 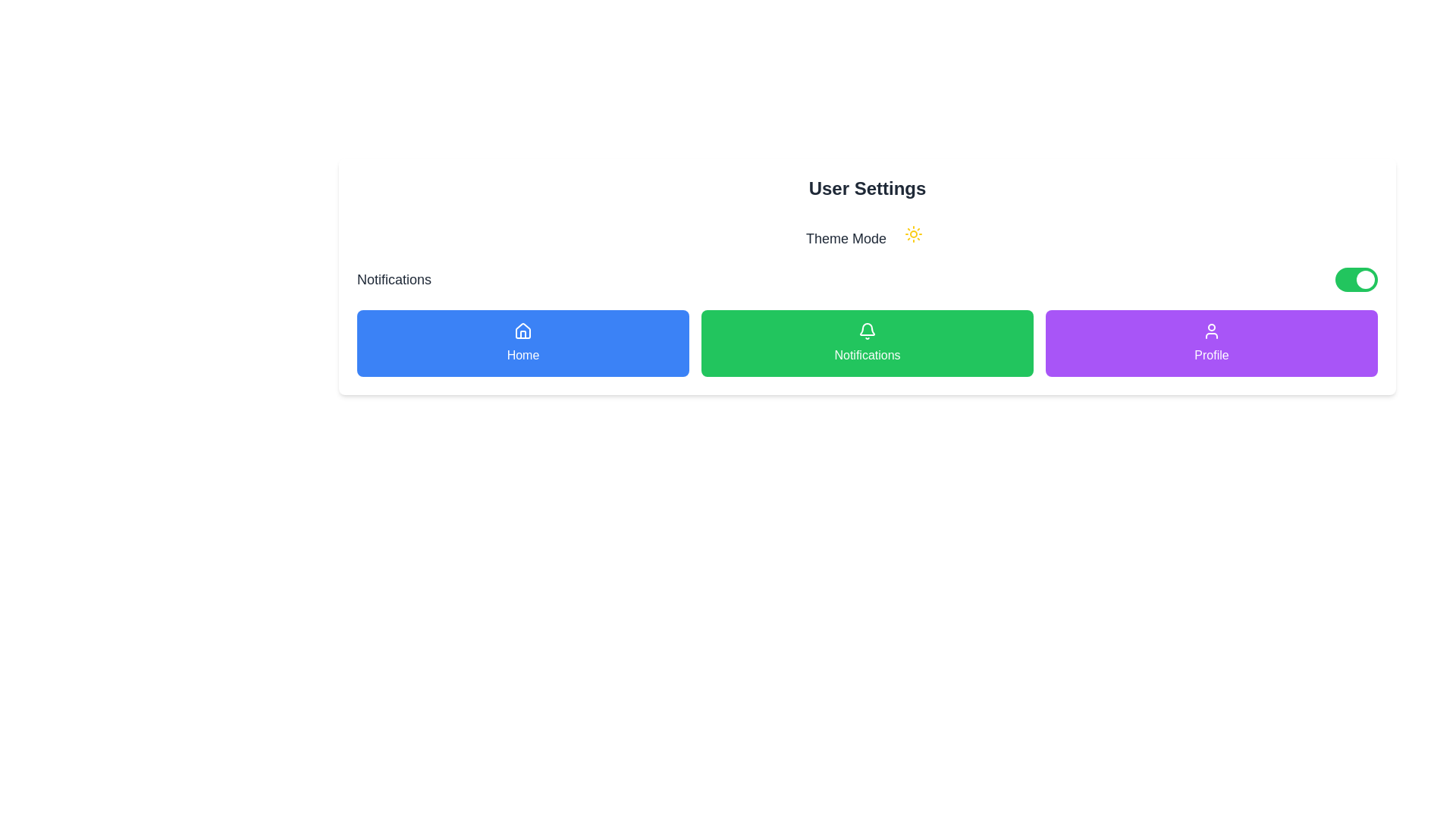 I want to click on the bell icon located at the center of the green button labeled 'Notifications', so click(x=867, y=330).